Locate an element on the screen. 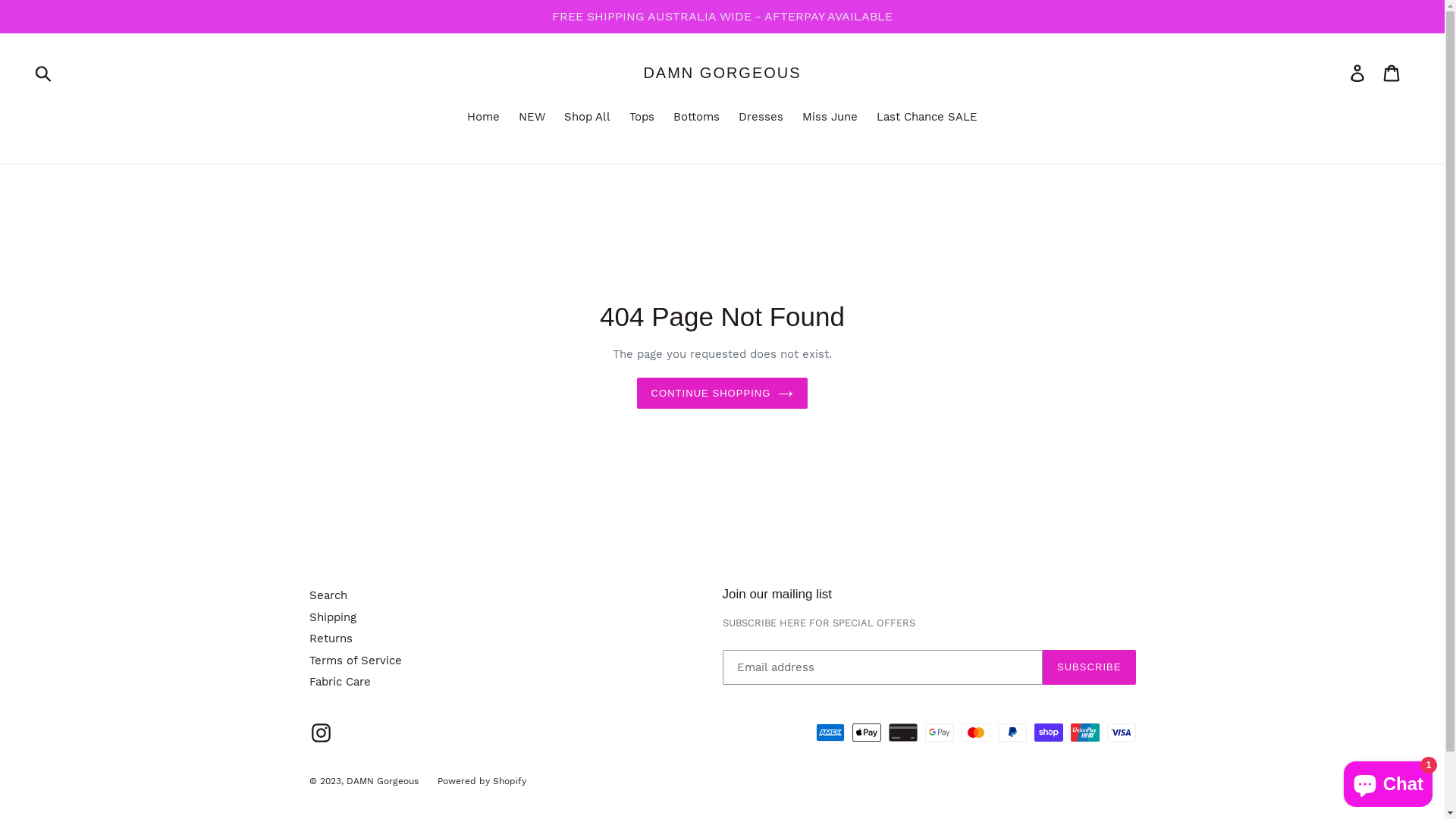 The image size is (1456, 819). 'Terms of Service' is located at coordinates (355, 660).